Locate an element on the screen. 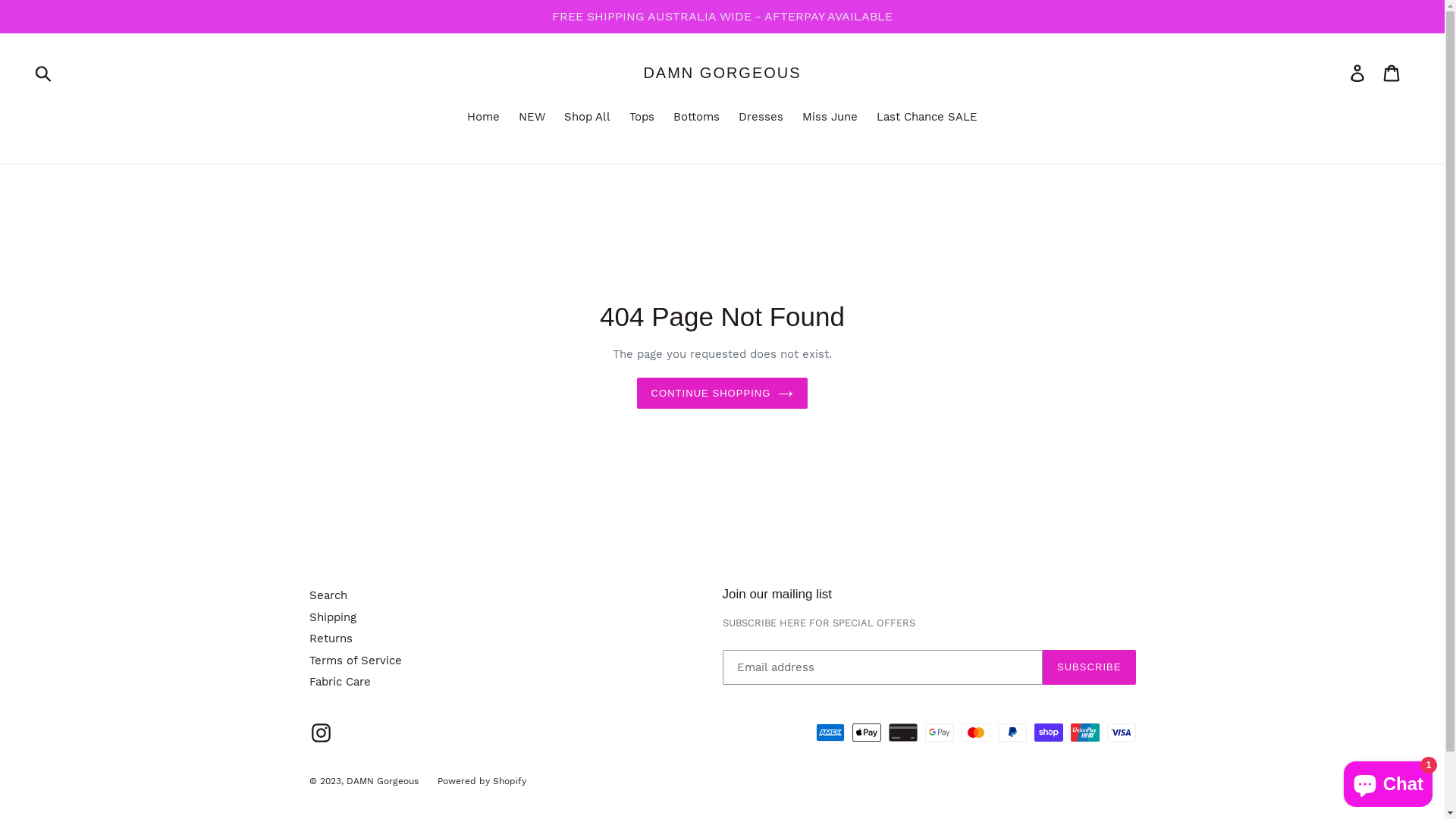 The image size is (1456, 819). 'Terms of Service' is located at coordinates (355, 660).